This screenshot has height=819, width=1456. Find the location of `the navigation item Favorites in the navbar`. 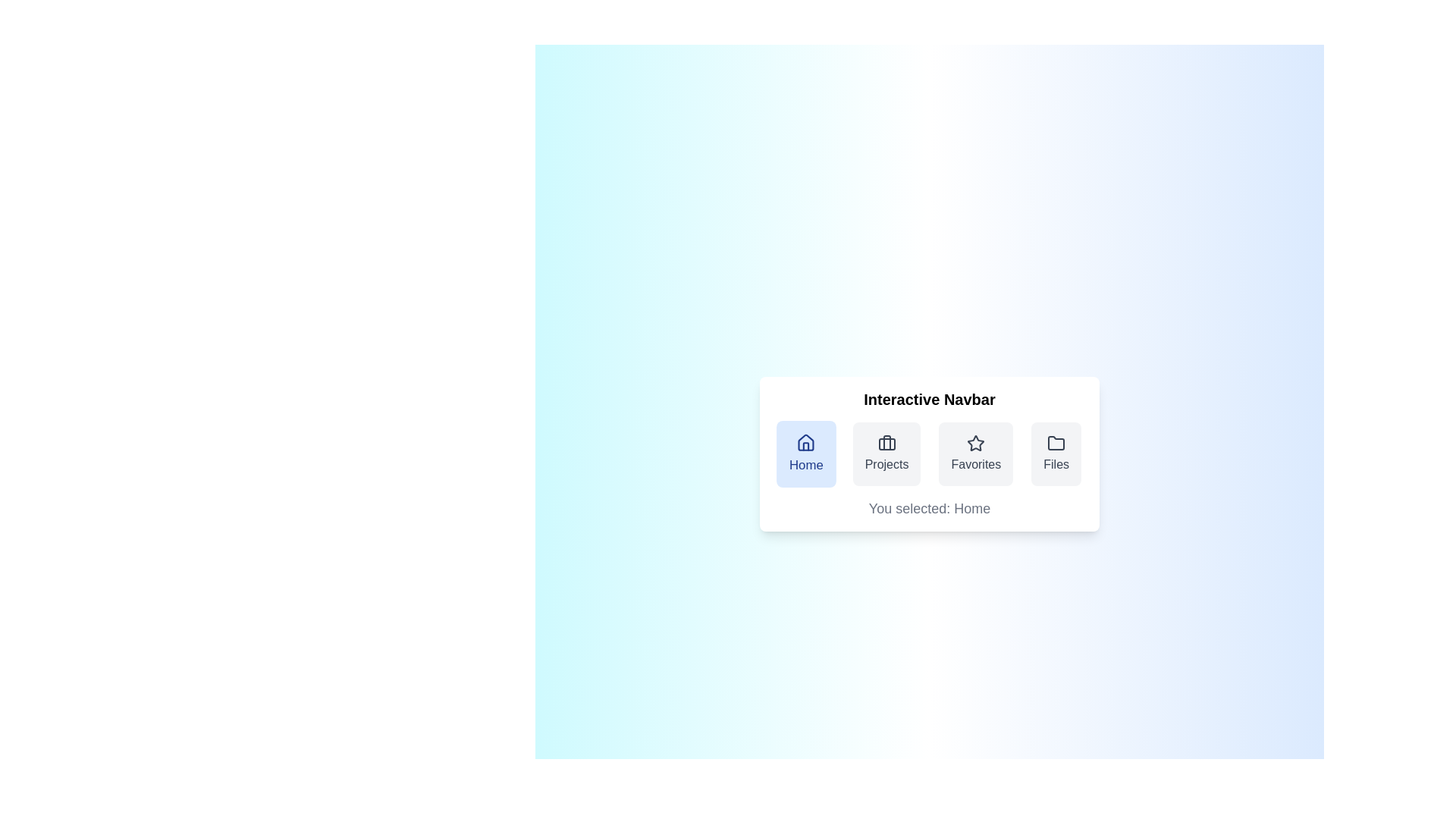

the navigation item Favorites in the navbar is located at coordinates (976, 453).